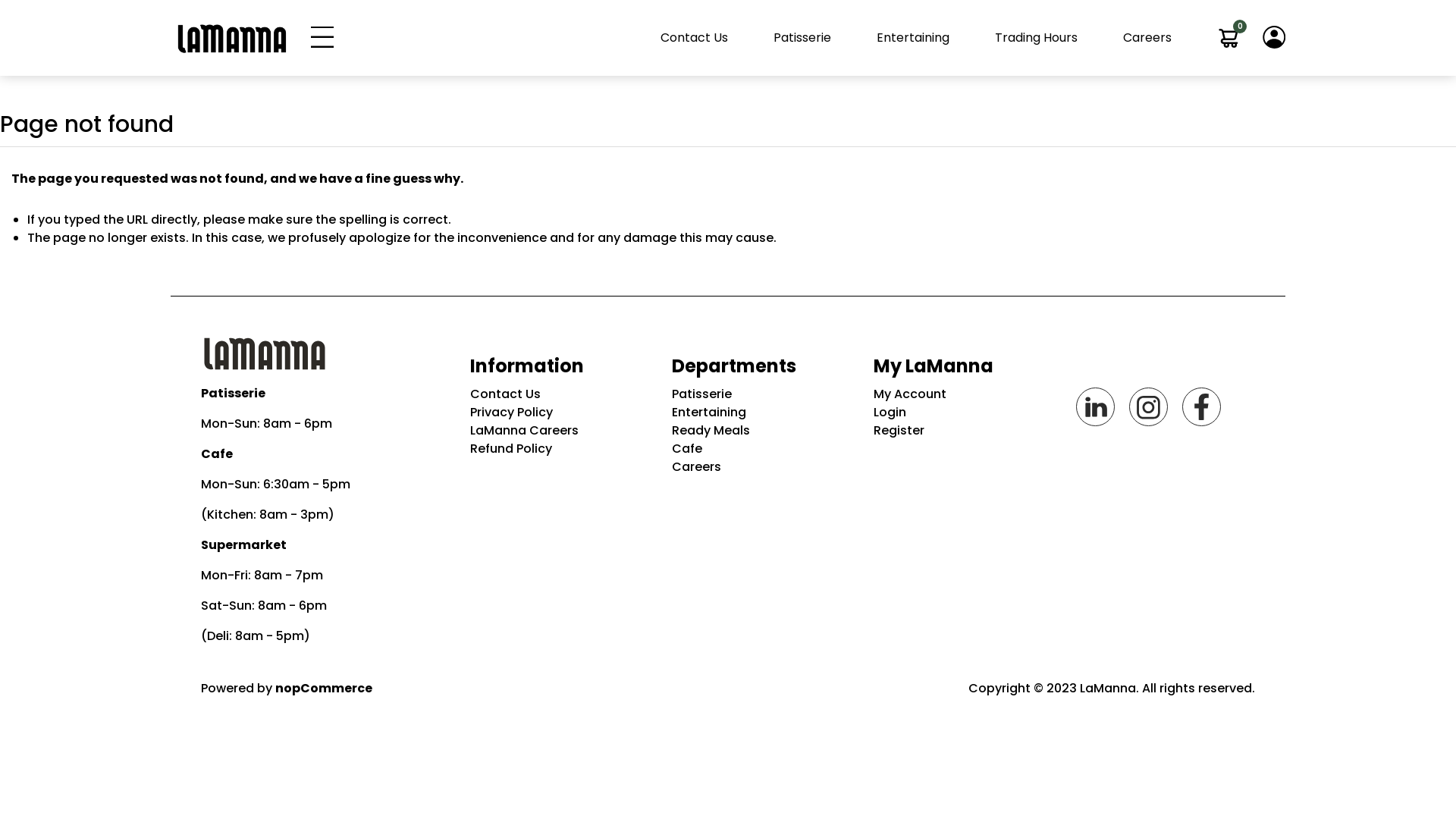  Describe the element at coordinates (761, 412) in the screenshot. I see `'Entertaining'` at that location.